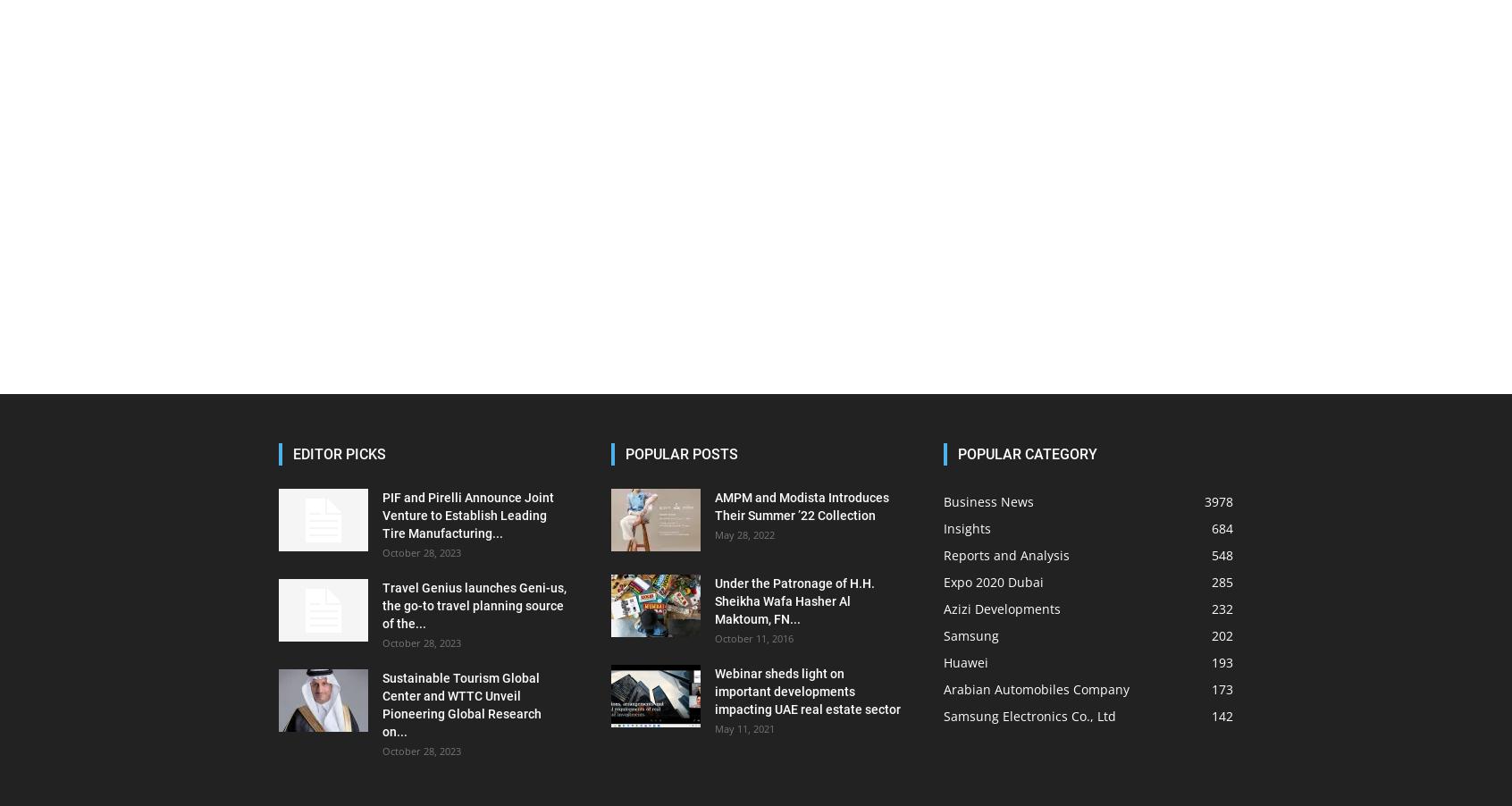 The height and width of the screenshot is (806, 1512). Describe the element at coordinates (1222, 715) in the screenshot. I see `'142'` at that location.